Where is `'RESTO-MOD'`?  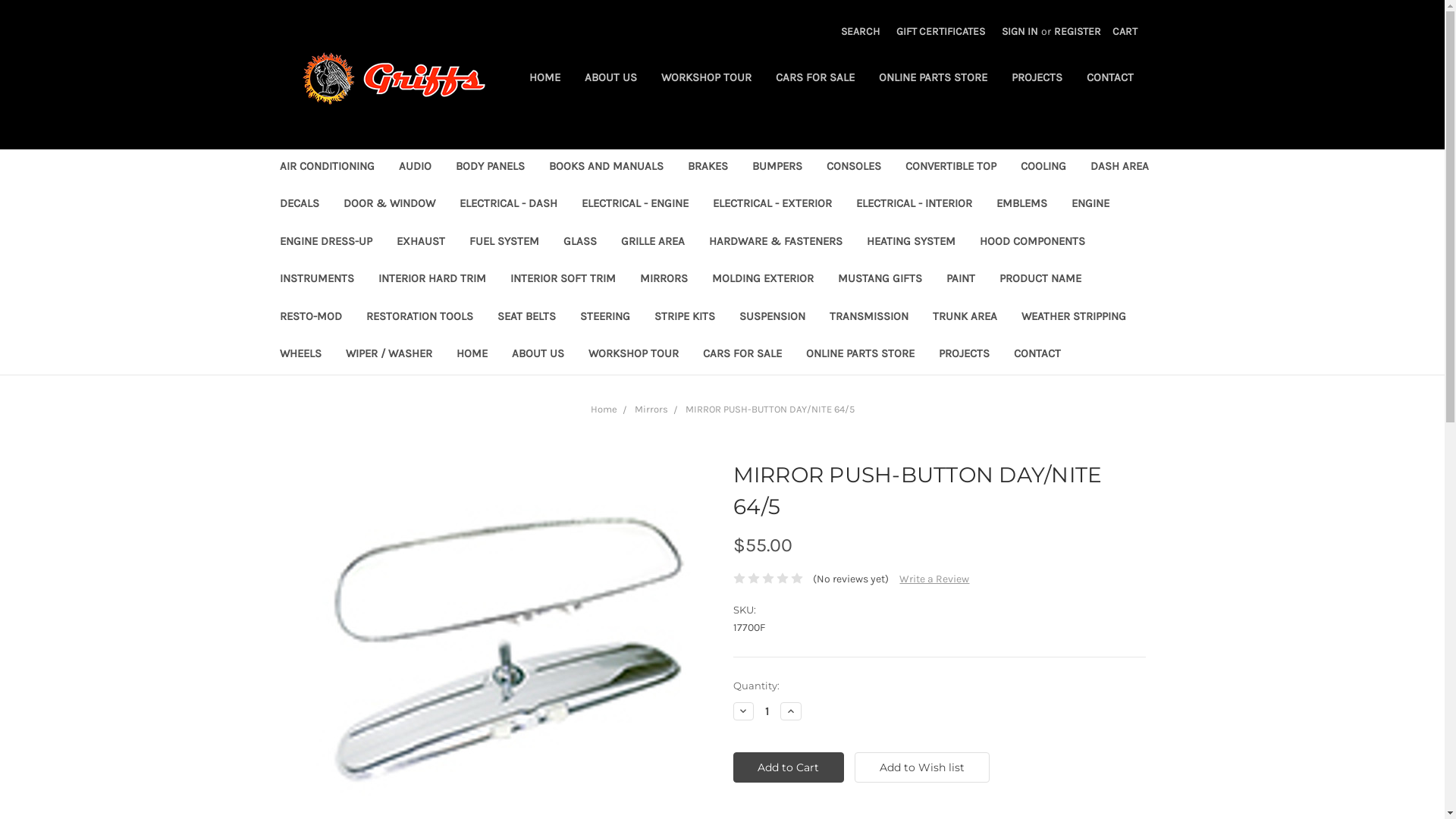 'RESTO-MOD' is located at coordinates (266, 317).